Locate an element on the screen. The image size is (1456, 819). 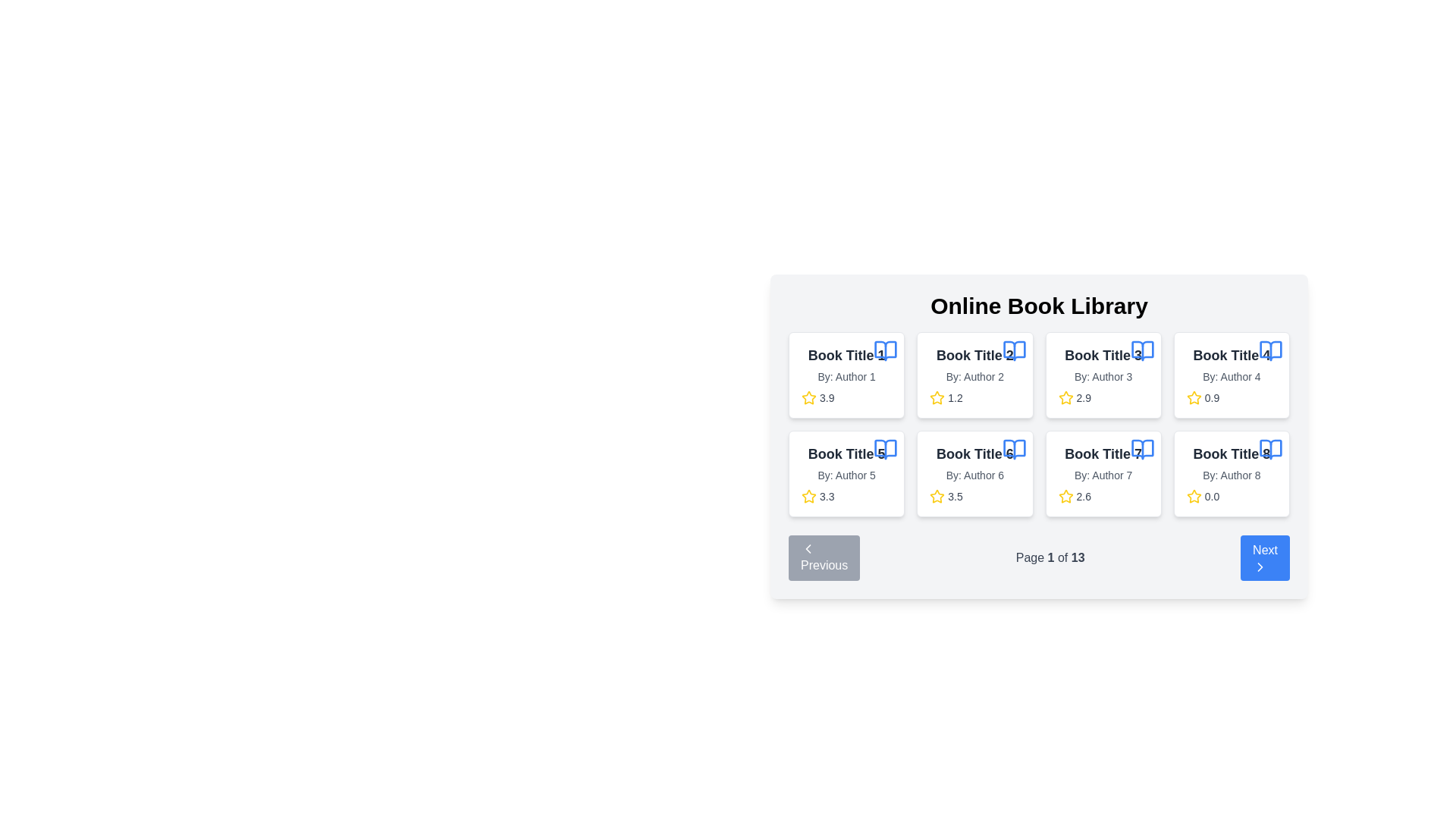
the appearance of the left-pointing arrow icon located within the previous button in the pagination controls at the bottom-left corner of the interface is located at coordinates (807, 549).